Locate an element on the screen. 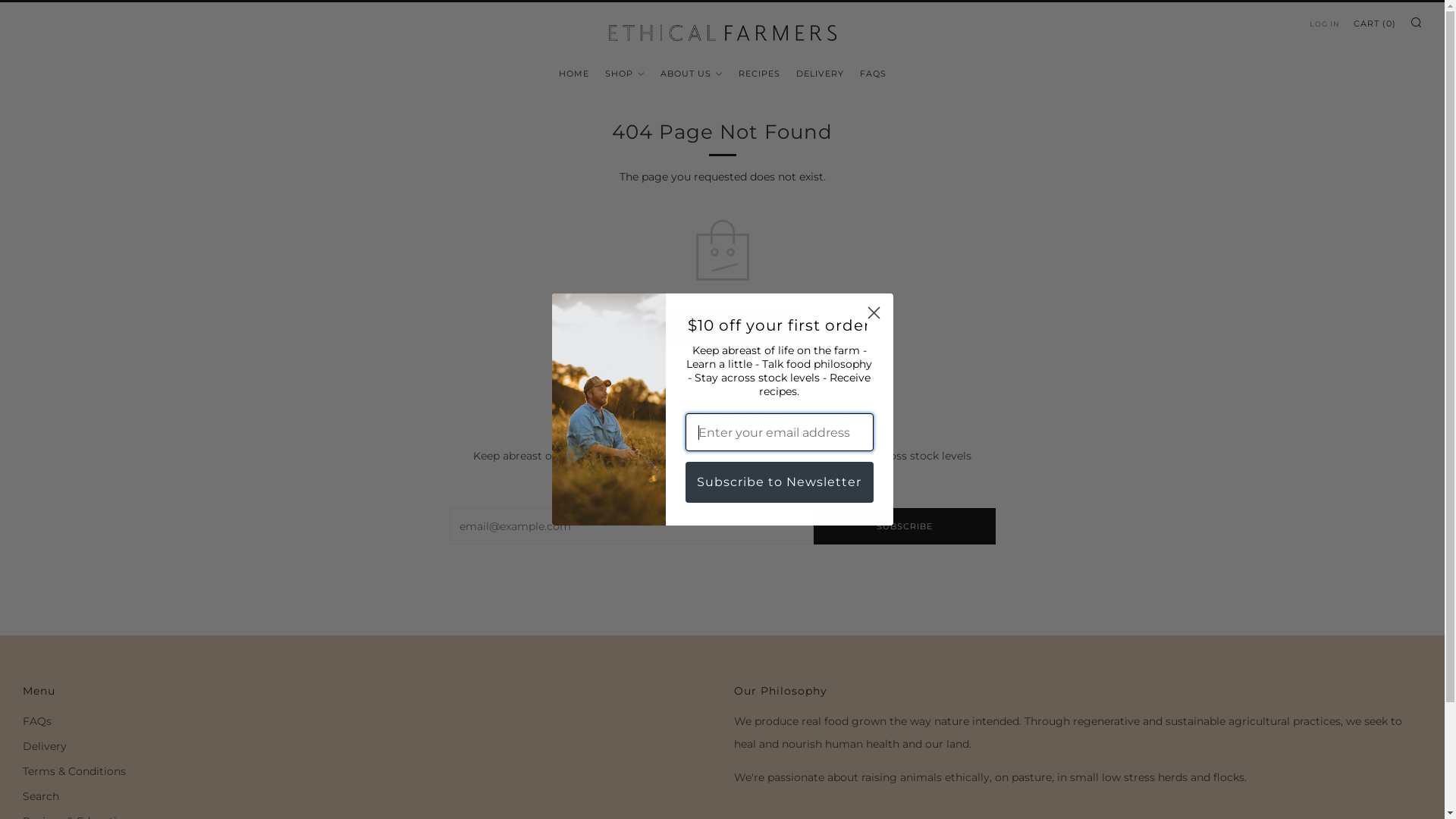 This screenshot has width=1456, height=819. 'LOG IN' is located at coordinates (1324, 24).